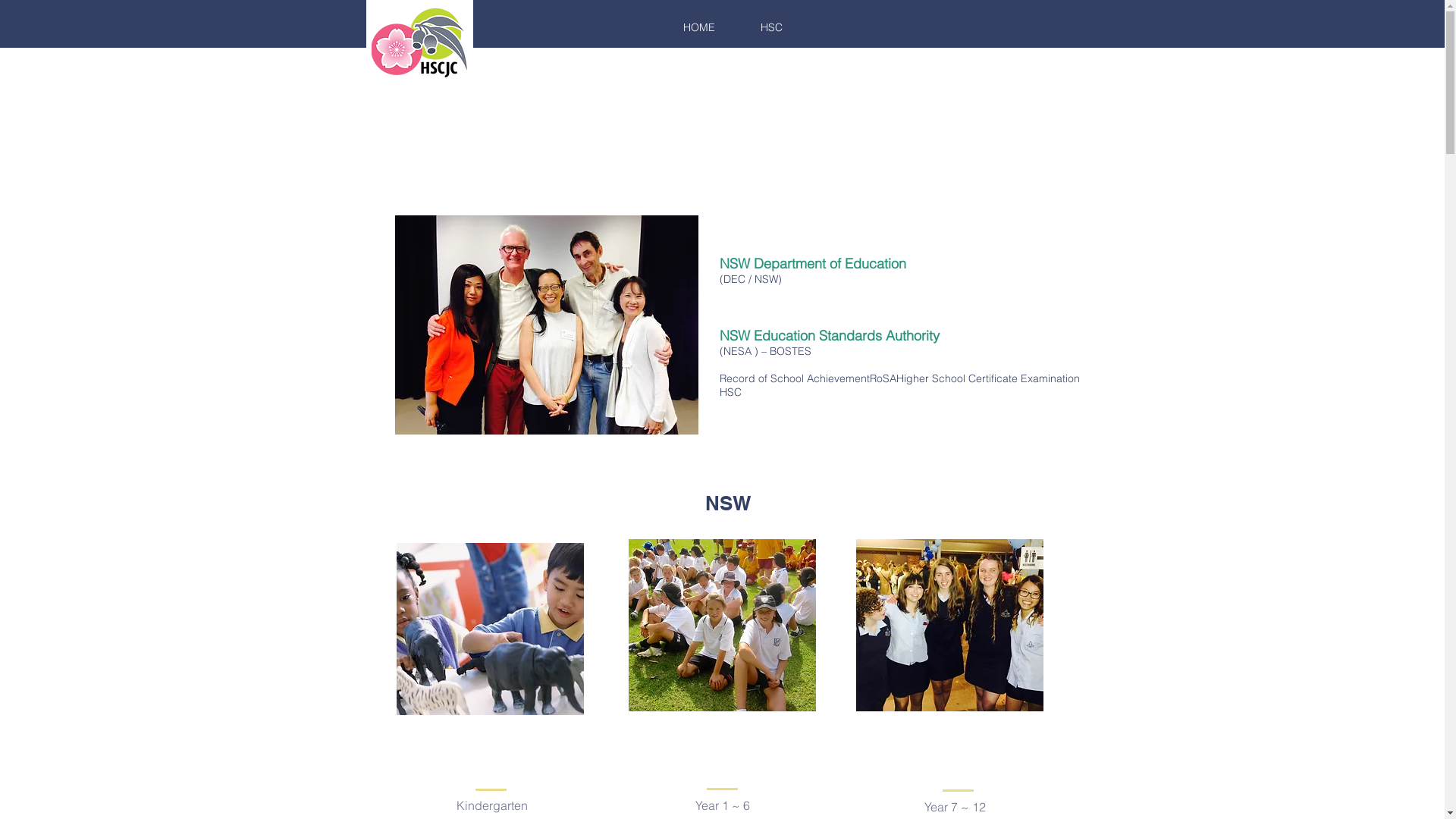 This screenshot has height=819, width=1456. I want to click on 'HOME', so click(671, 27).